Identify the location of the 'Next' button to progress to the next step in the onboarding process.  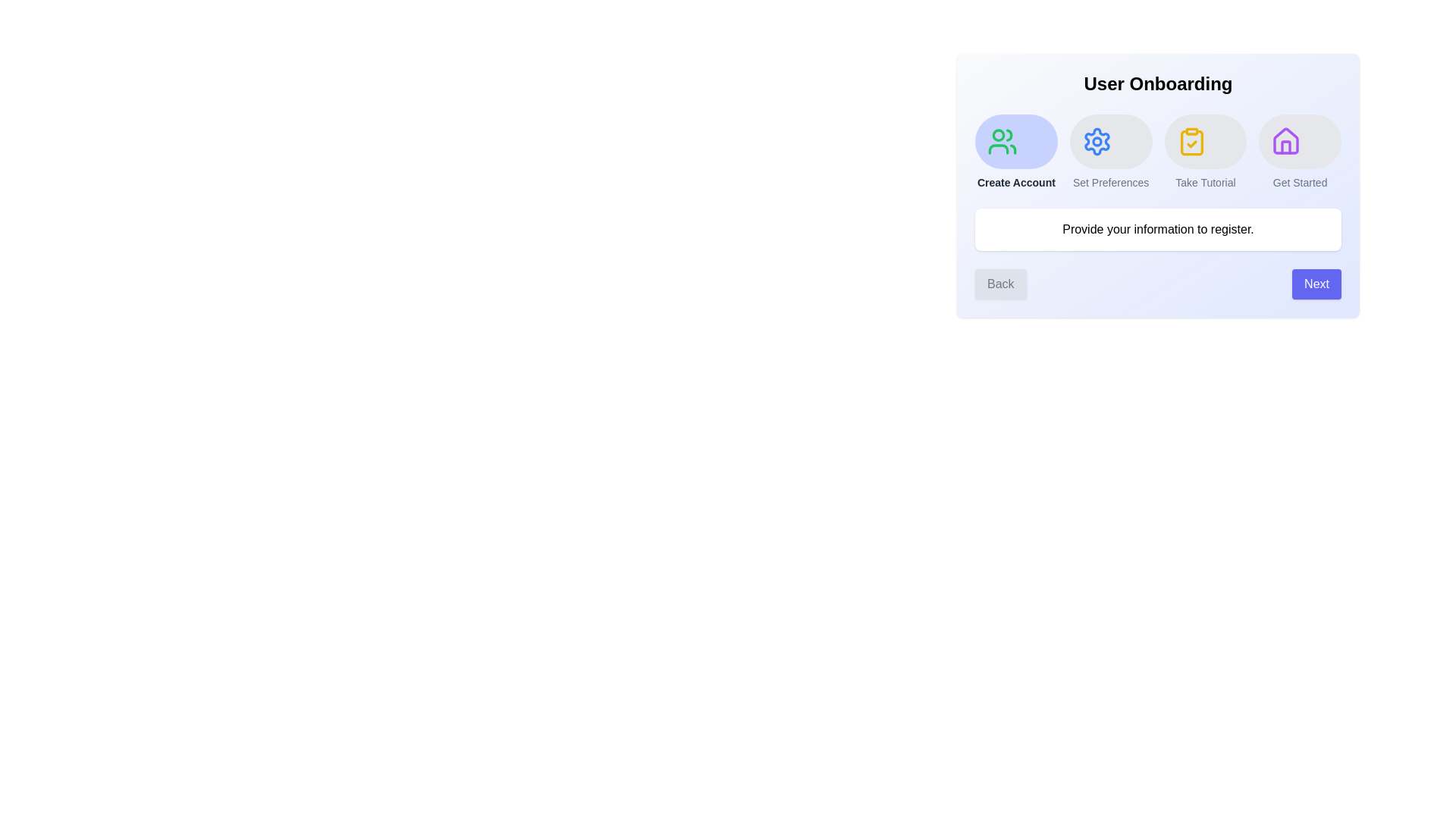
(1316, 284).